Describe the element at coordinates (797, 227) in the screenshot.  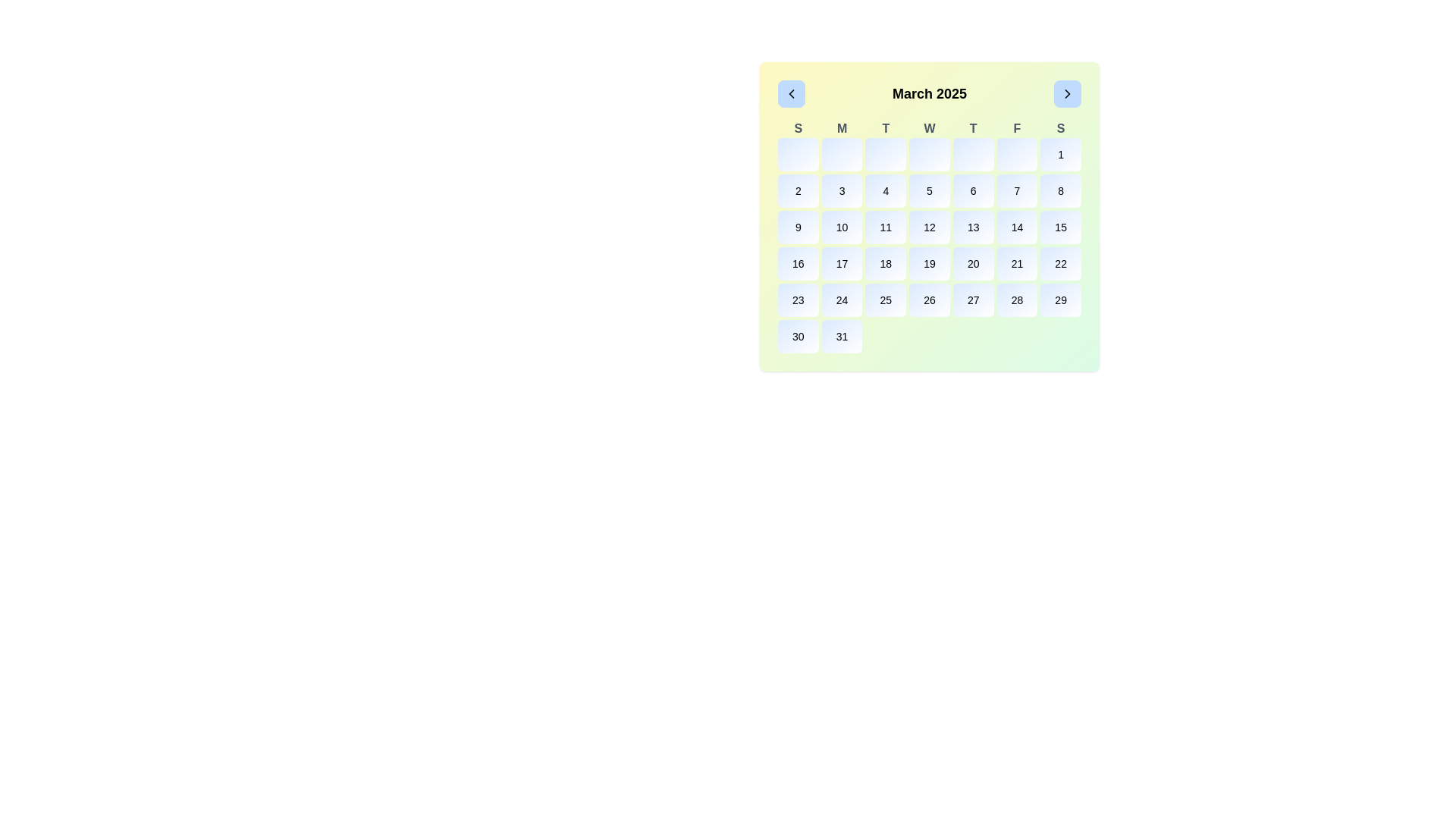
I see `the button representing the 9th day of the month in the calendar interface` at that location.